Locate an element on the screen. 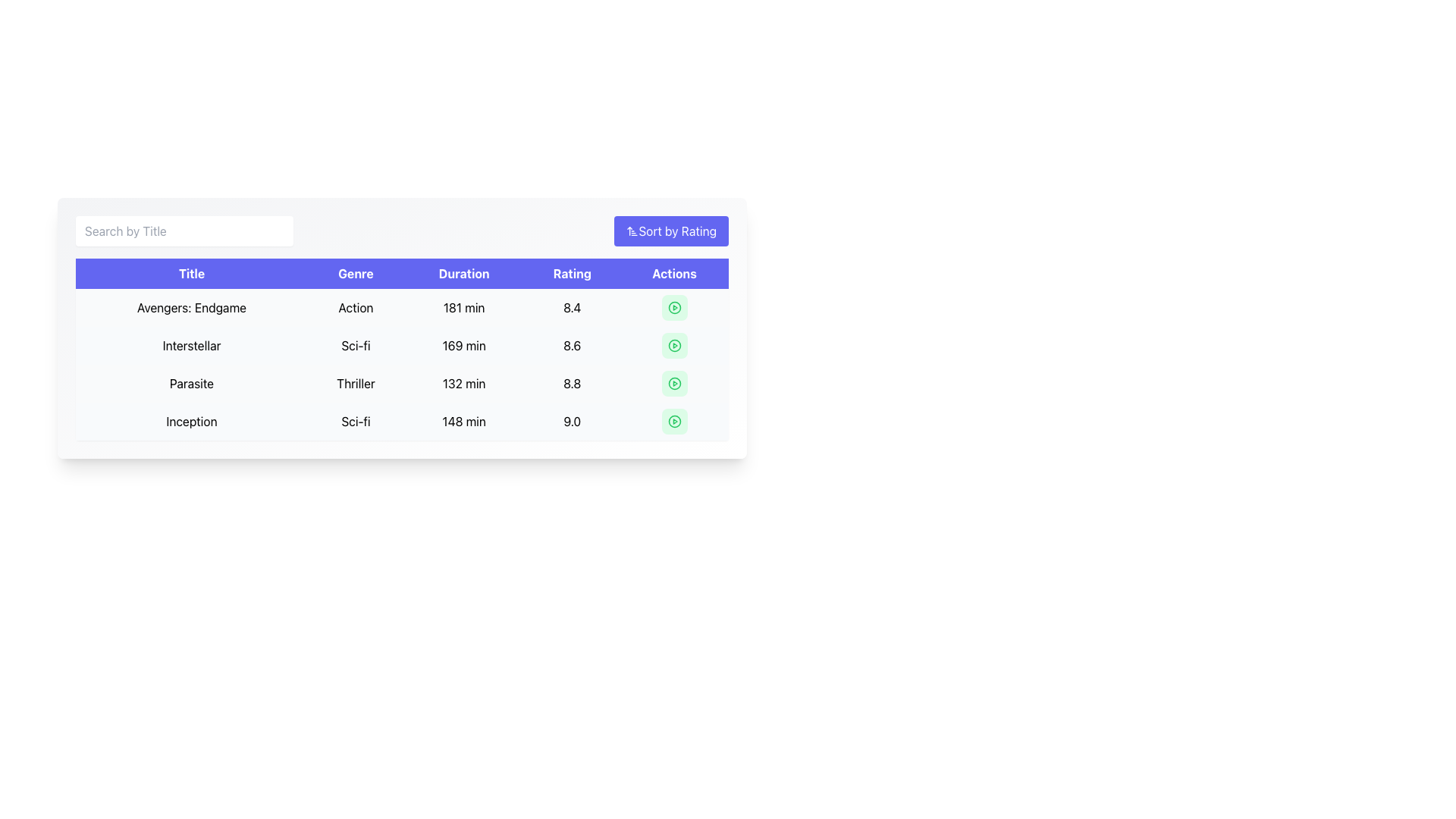 The width and height of the screenshot is (1456, 819). static text element displaying 'Parasite', which is located in the third row of the 'Title' column in a grid layout, with a black font on a white background is located at coordinates (191, 382).